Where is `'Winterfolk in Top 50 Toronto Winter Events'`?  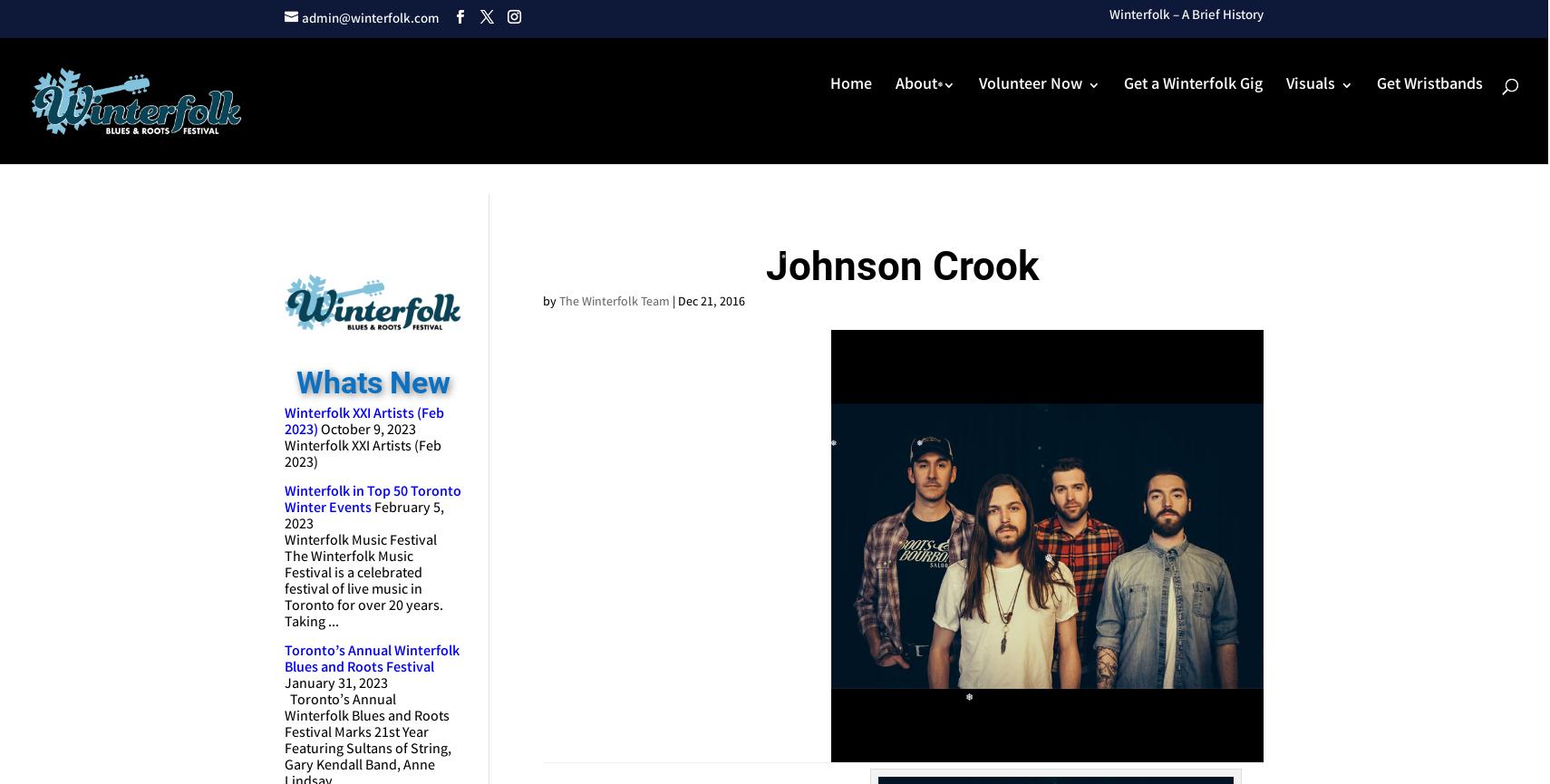
'Winterfolk in Top 50 Toronto Winter Events' is located at coordinates (372, 499).